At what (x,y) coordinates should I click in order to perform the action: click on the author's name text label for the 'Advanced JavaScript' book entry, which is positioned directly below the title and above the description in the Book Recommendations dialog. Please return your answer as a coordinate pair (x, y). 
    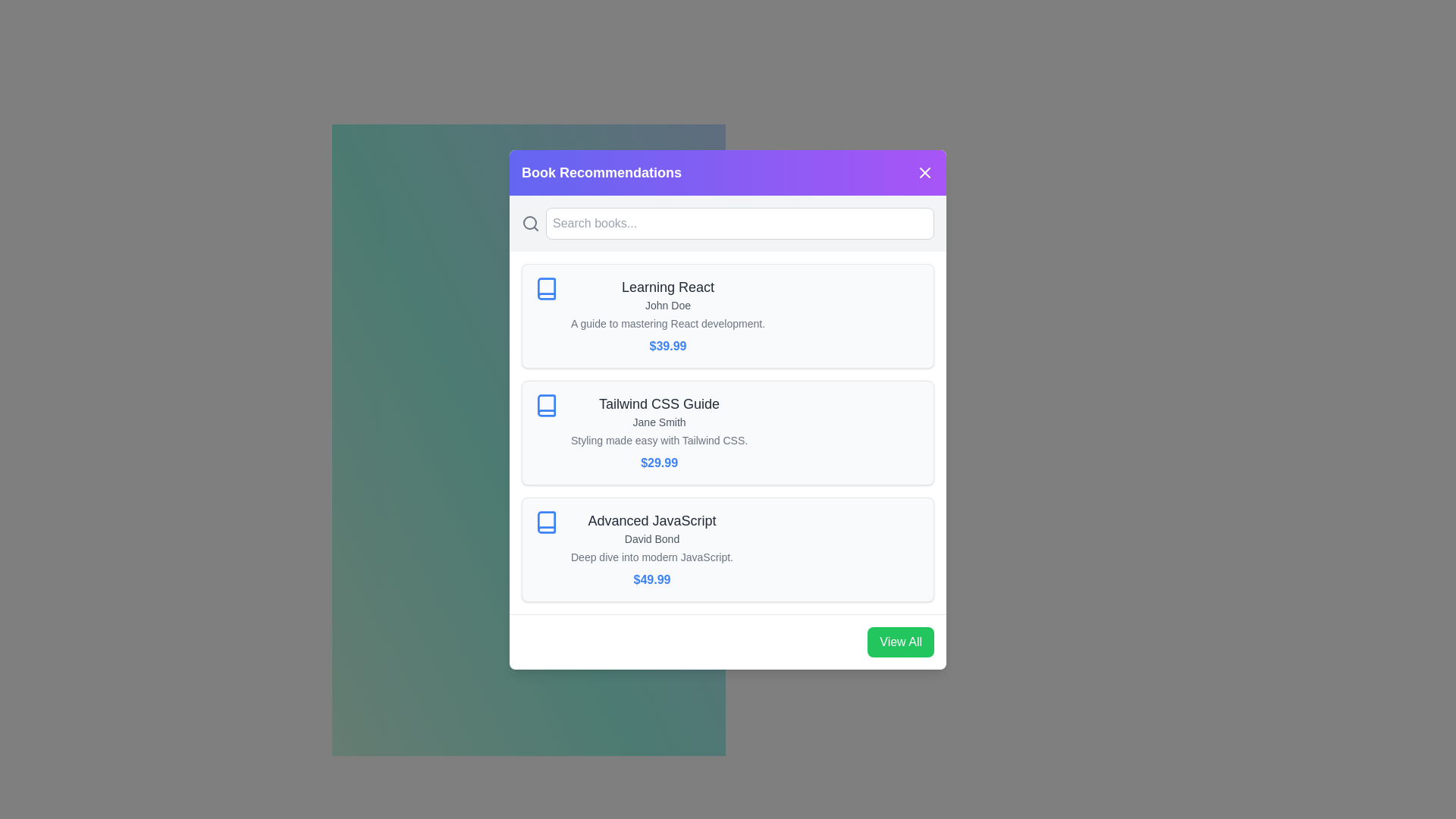
    Looking at the image, I should click on (651, 538).